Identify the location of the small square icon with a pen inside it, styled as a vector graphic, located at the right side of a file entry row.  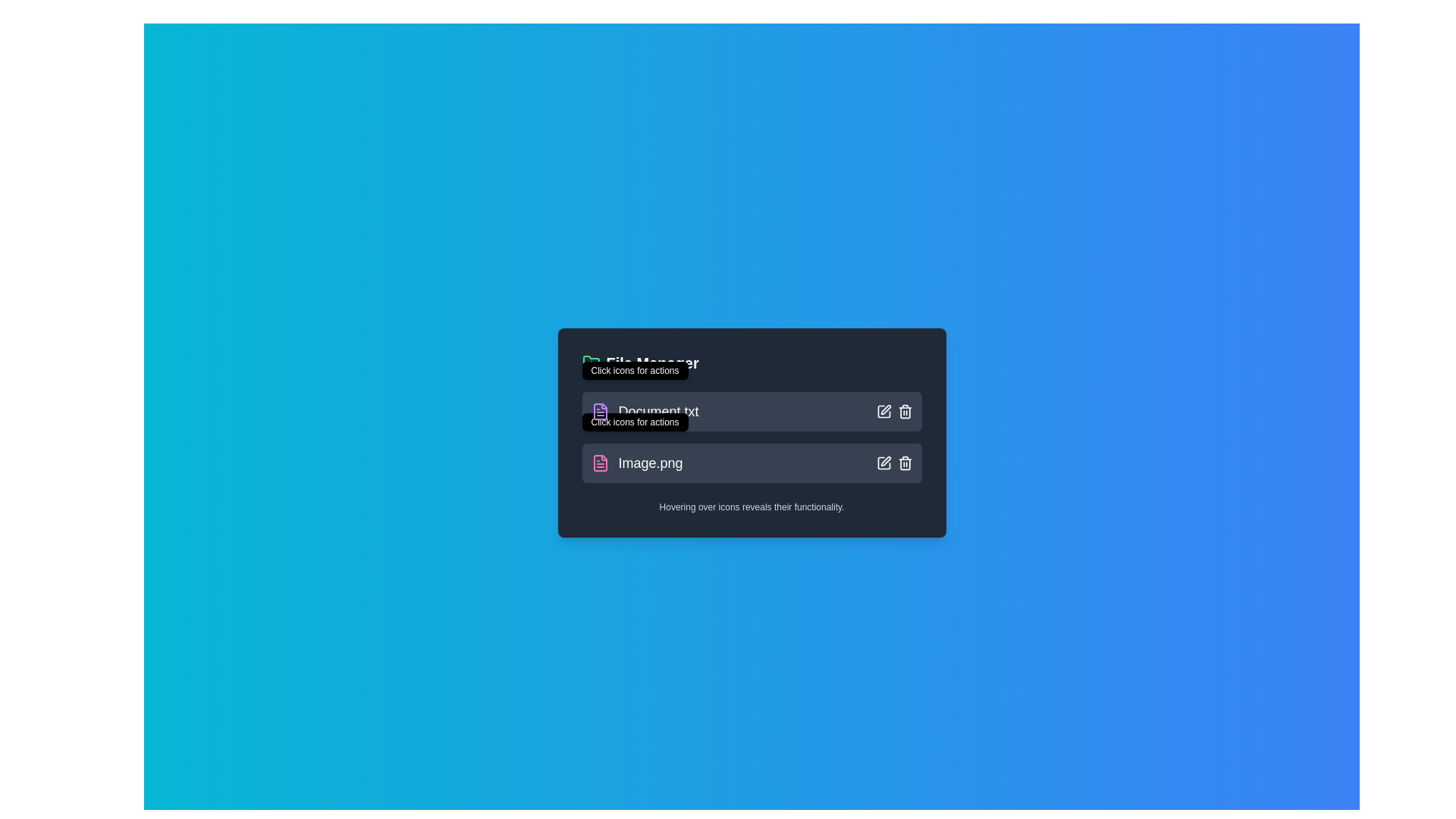
(883, 412).